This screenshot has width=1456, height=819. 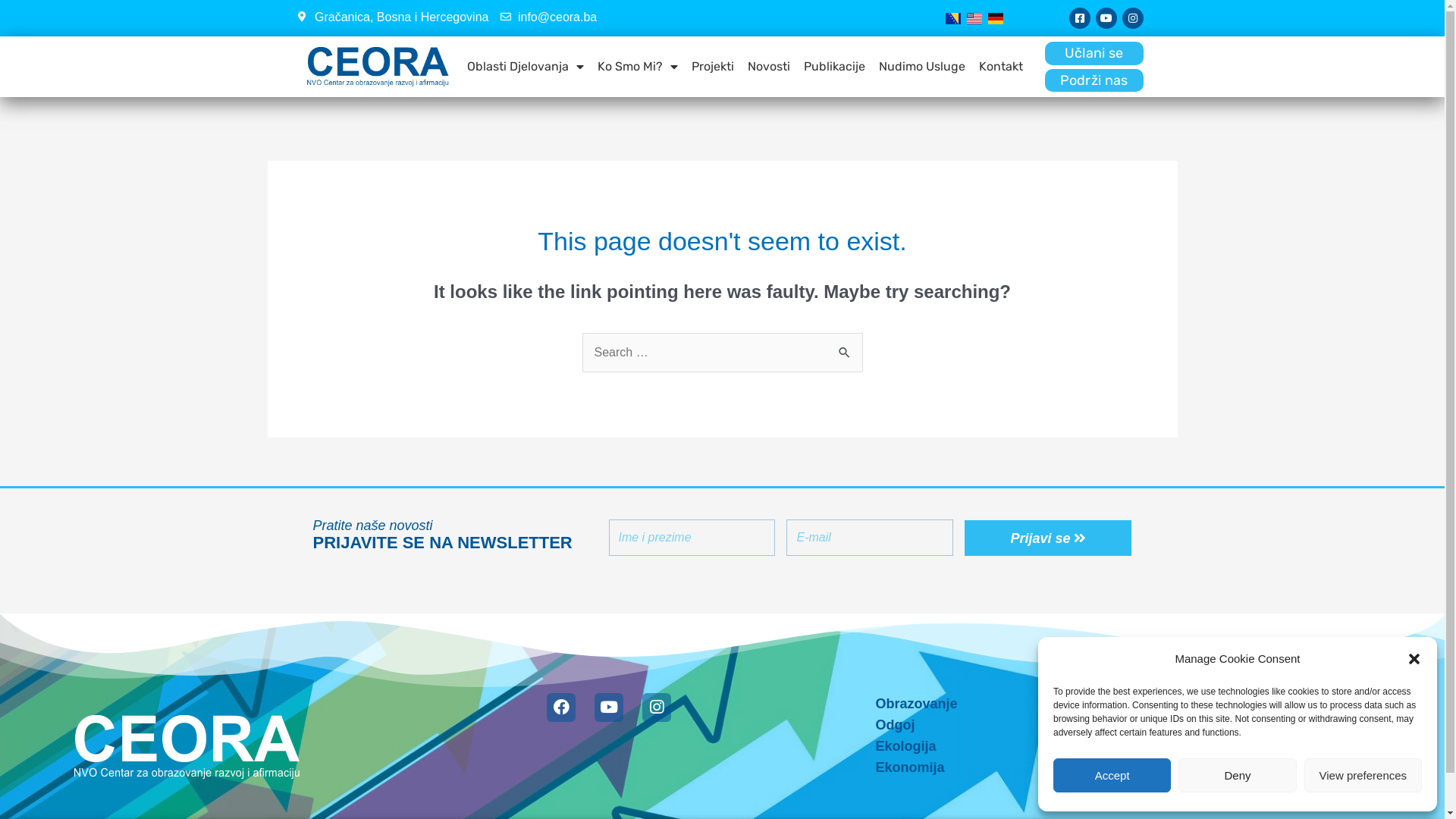 What do you see at coordinates (548, 17) in the screenshot?
I see `'info@ceora.ba'` at bounding box center [548, 17].